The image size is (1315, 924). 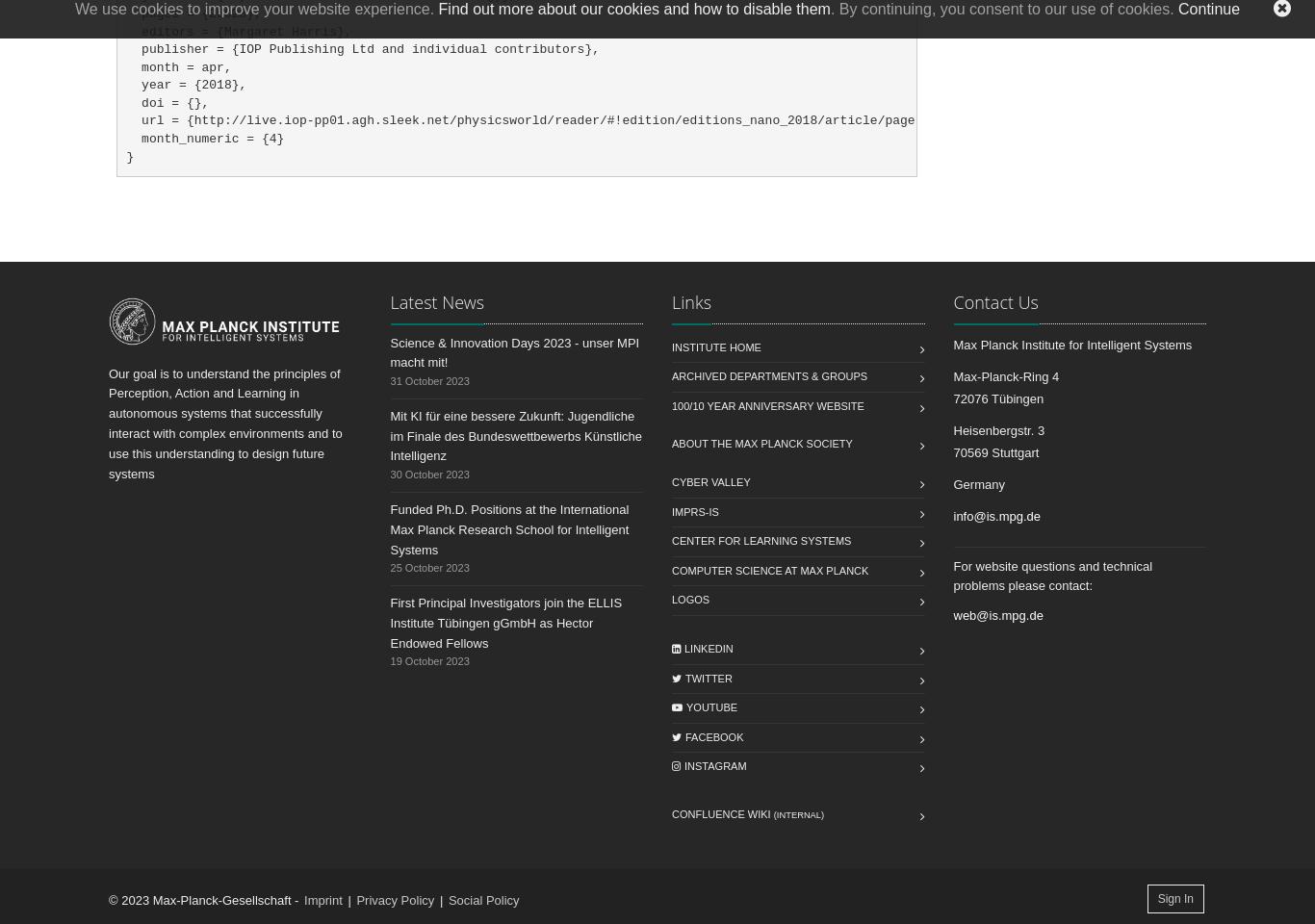 What do you see at coordinates (516, 435) in the screenshot?
I see `'Mit KI für eine bessere Zukunft: Jugendliche im Finale des Bundeswettbewerbs Künstliche Intelligenz'` at bounding box center [516, 435].